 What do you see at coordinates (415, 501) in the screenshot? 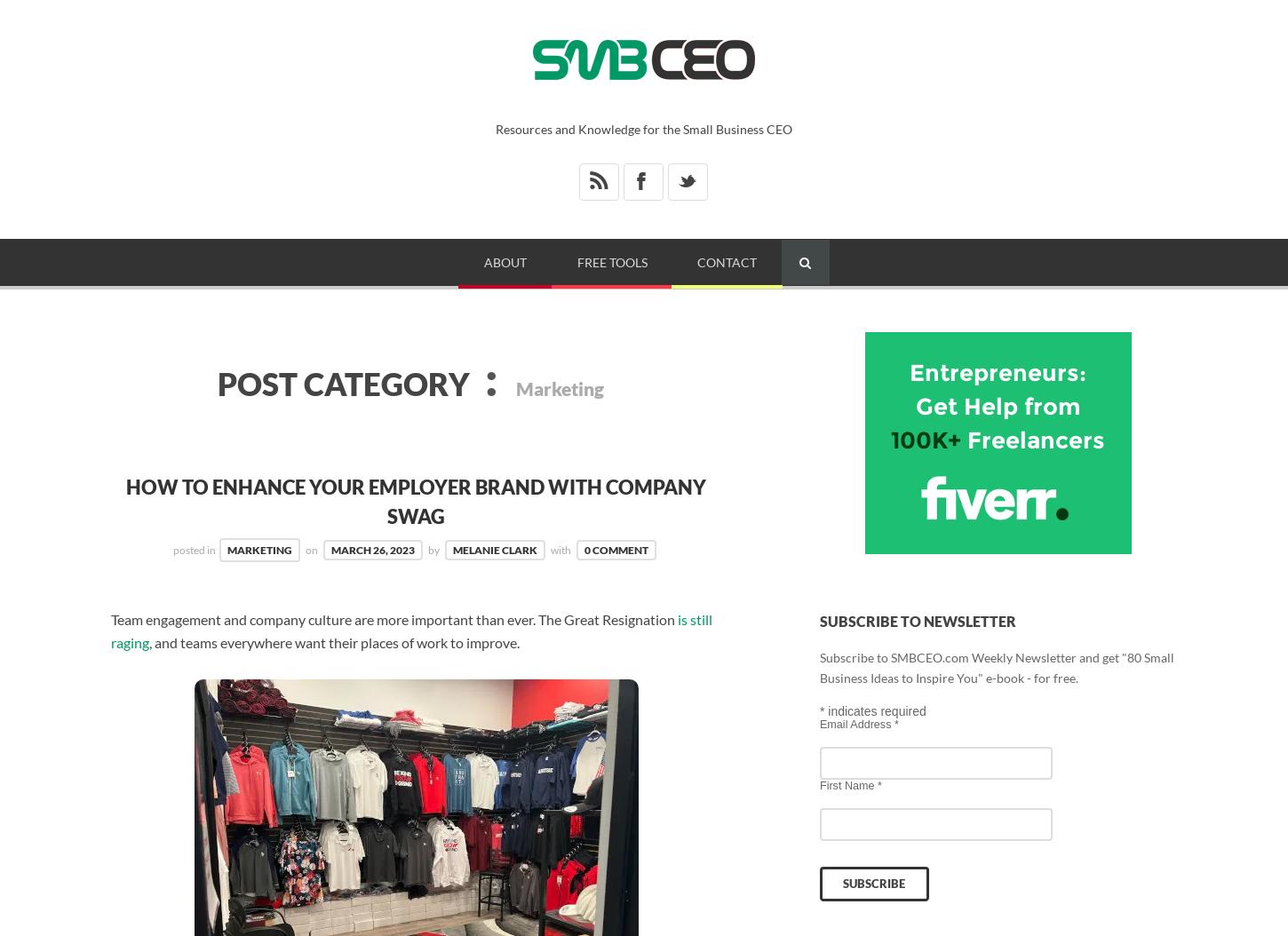
I see `'How to Enhance Your Employer Brand With Company Swag'` at bounding box center [415, 501].